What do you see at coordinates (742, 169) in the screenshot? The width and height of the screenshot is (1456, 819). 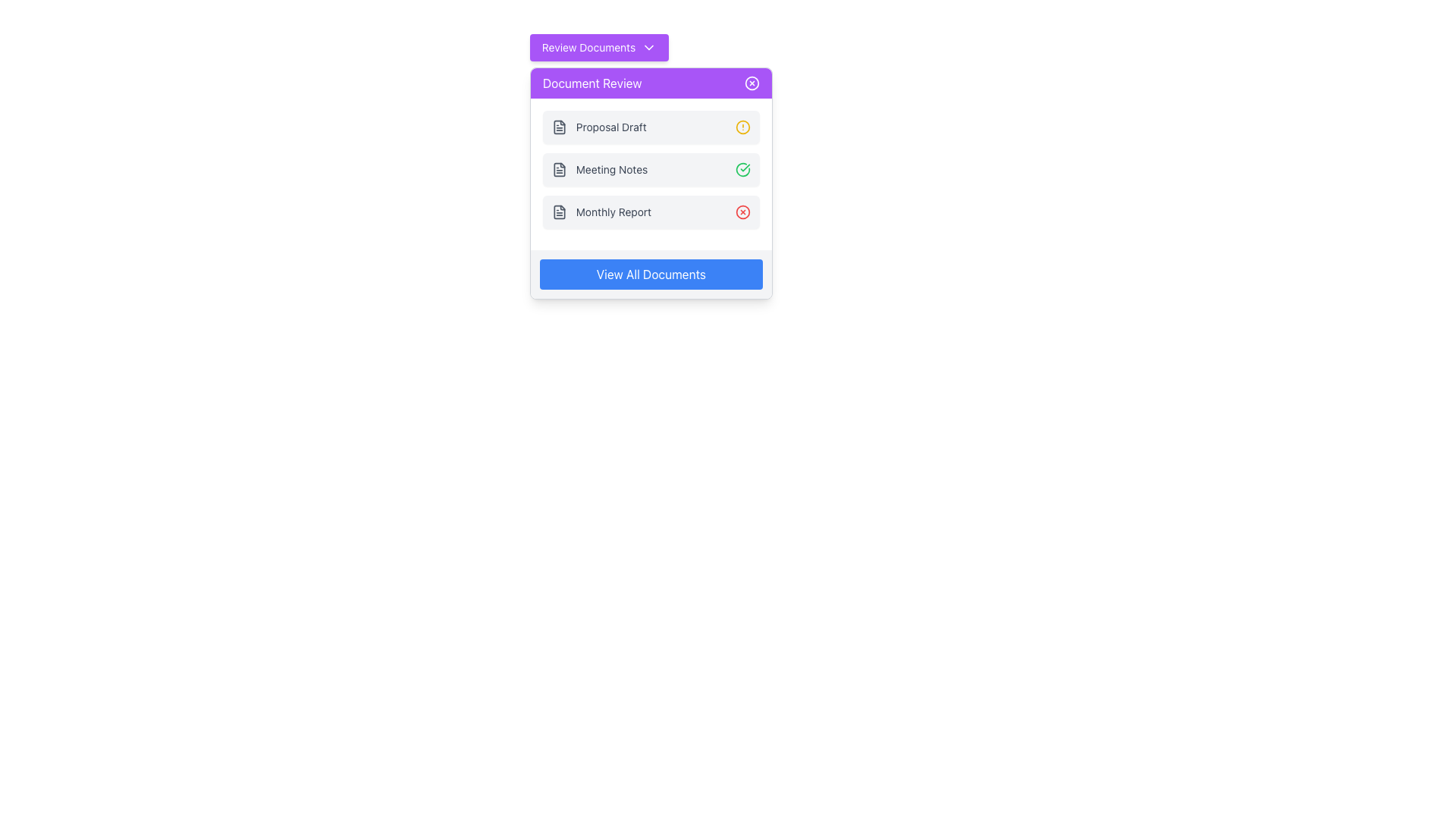 I see `the static icon indicating the completed status of the 'Meeting Notes' item in the 'Document Review' section, located to the right of the row's text content` at bounding box center [742, 169].